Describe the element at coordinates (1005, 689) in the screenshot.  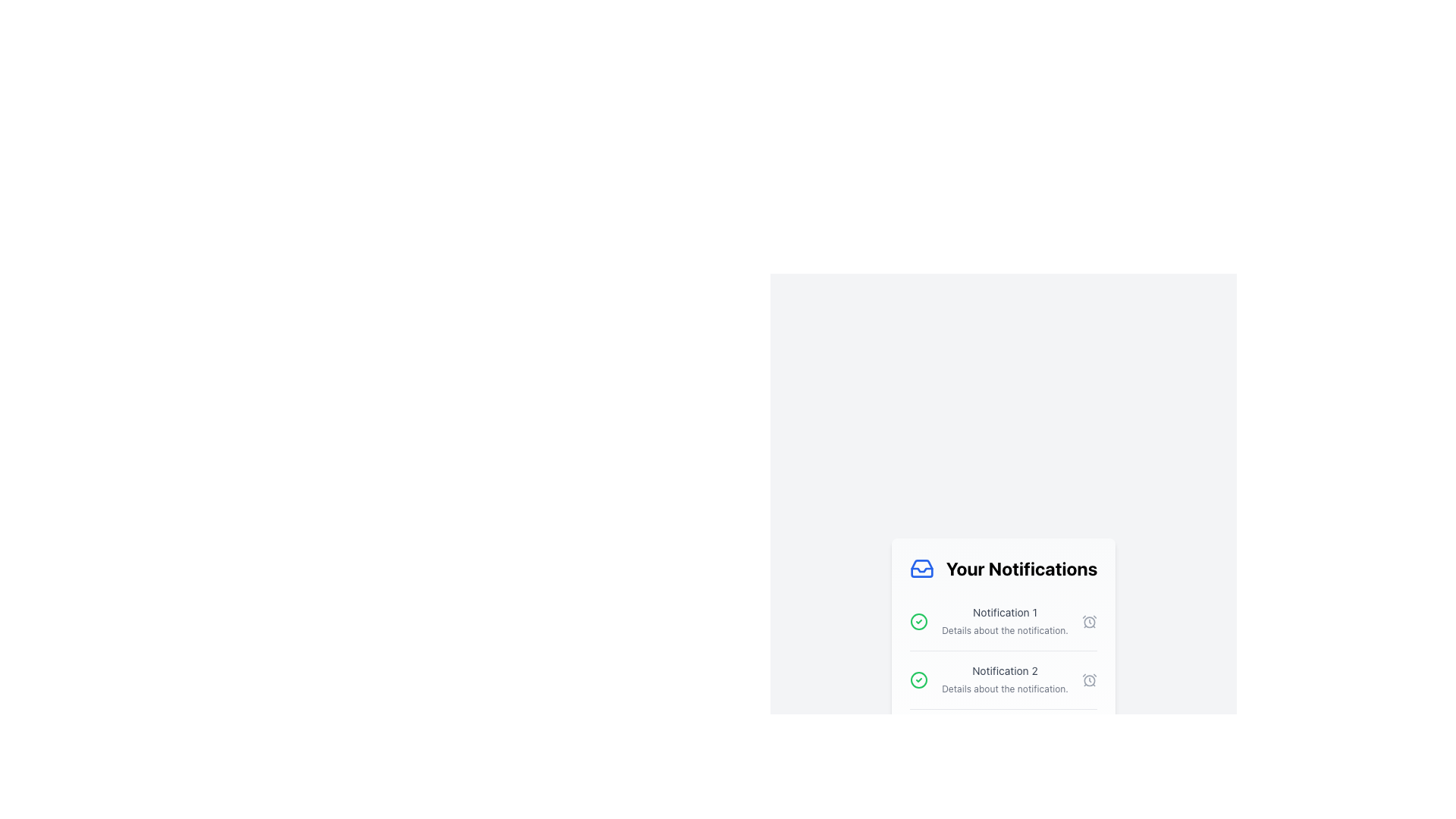
I see `the informational text element located below 'Notification 2' in the notification list under 'Your Notifications'` at that location.